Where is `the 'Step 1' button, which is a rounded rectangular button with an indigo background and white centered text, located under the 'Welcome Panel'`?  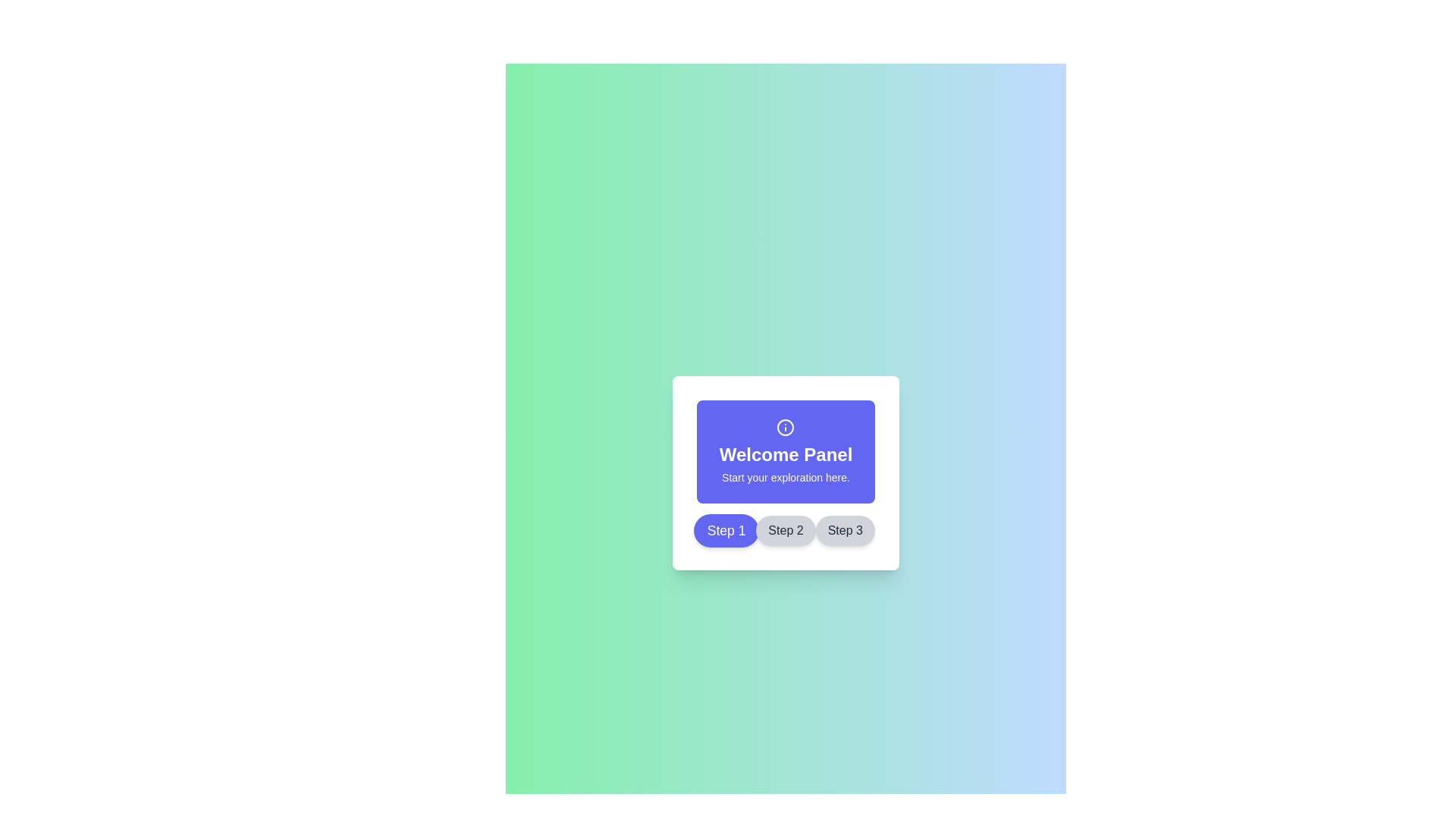
the 'Step 1' button, which is a rounded rectangular button with an indigo background and white centered text, located under the 'Welcome Panel' is located at coordinates (726, 529).